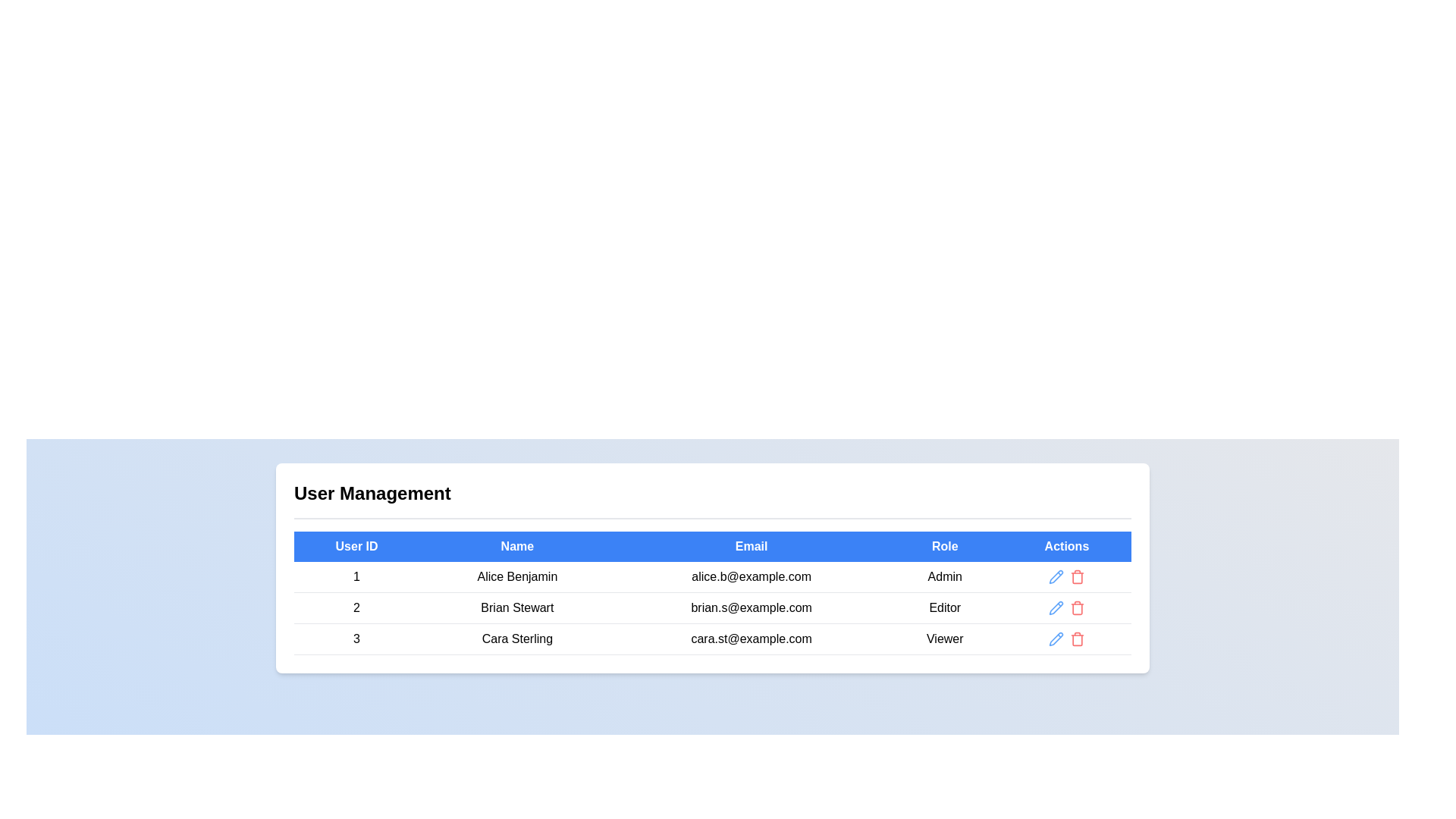 This screenshot has width=1456, height=819. Describe the element at coordinates (1055, 607) in the screenshot. I see `the edit icon (a pen or pencil) in the Actions column for user Brian Stewart to initiate editing` at that location.